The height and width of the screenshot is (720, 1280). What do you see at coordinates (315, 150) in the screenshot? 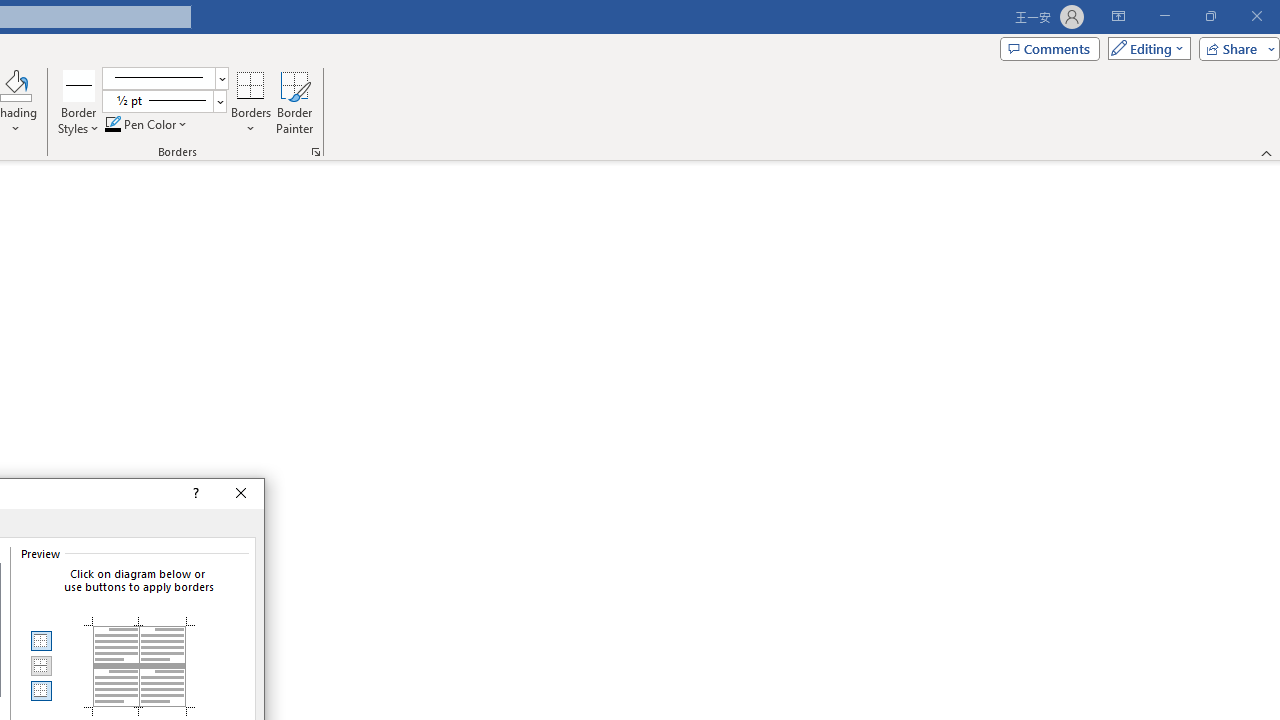
I see `'Borders and Shading...'` at bounding box center [315, 150].